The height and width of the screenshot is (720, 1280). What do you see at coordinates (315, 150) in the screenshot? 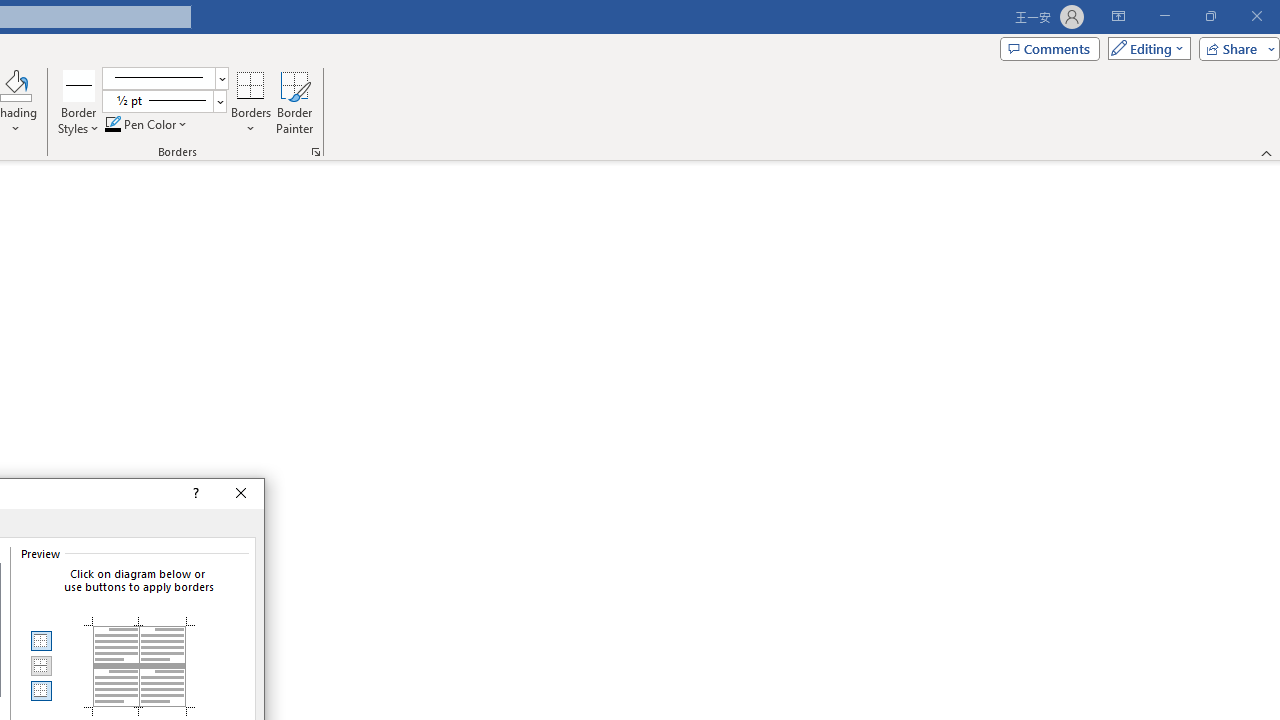
I see `'Borders and Shading...'` at bounding box center [315, 150].